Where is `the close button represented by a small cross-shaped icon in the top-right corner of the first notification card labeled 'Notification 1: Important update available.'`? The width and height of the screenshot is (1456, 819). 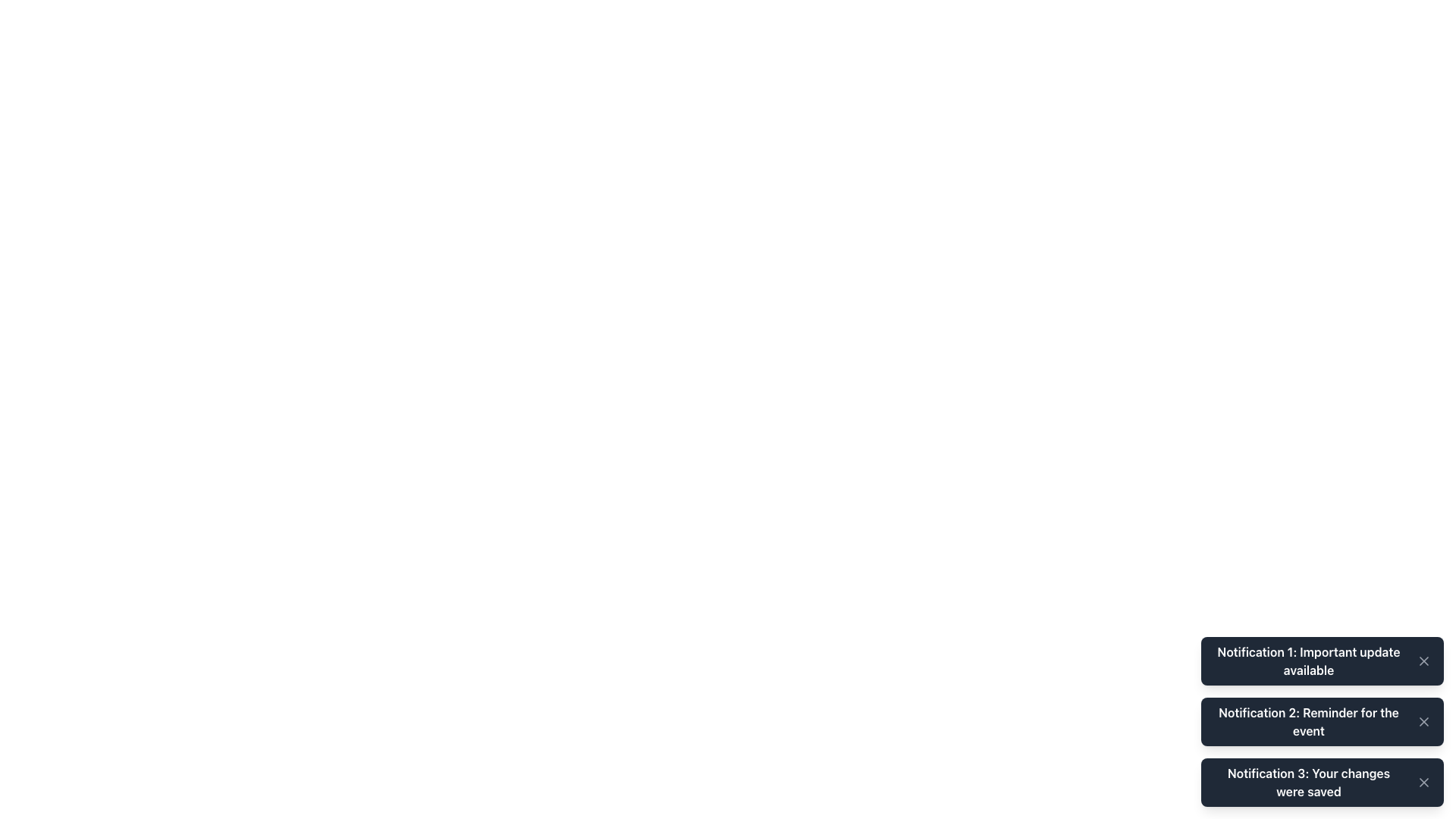 the close button represented by a small cross-shaped icon in the top-right corner of the first notification card labeled 'Notification 1: Important update available.' is located at coordinates (1423, 660).